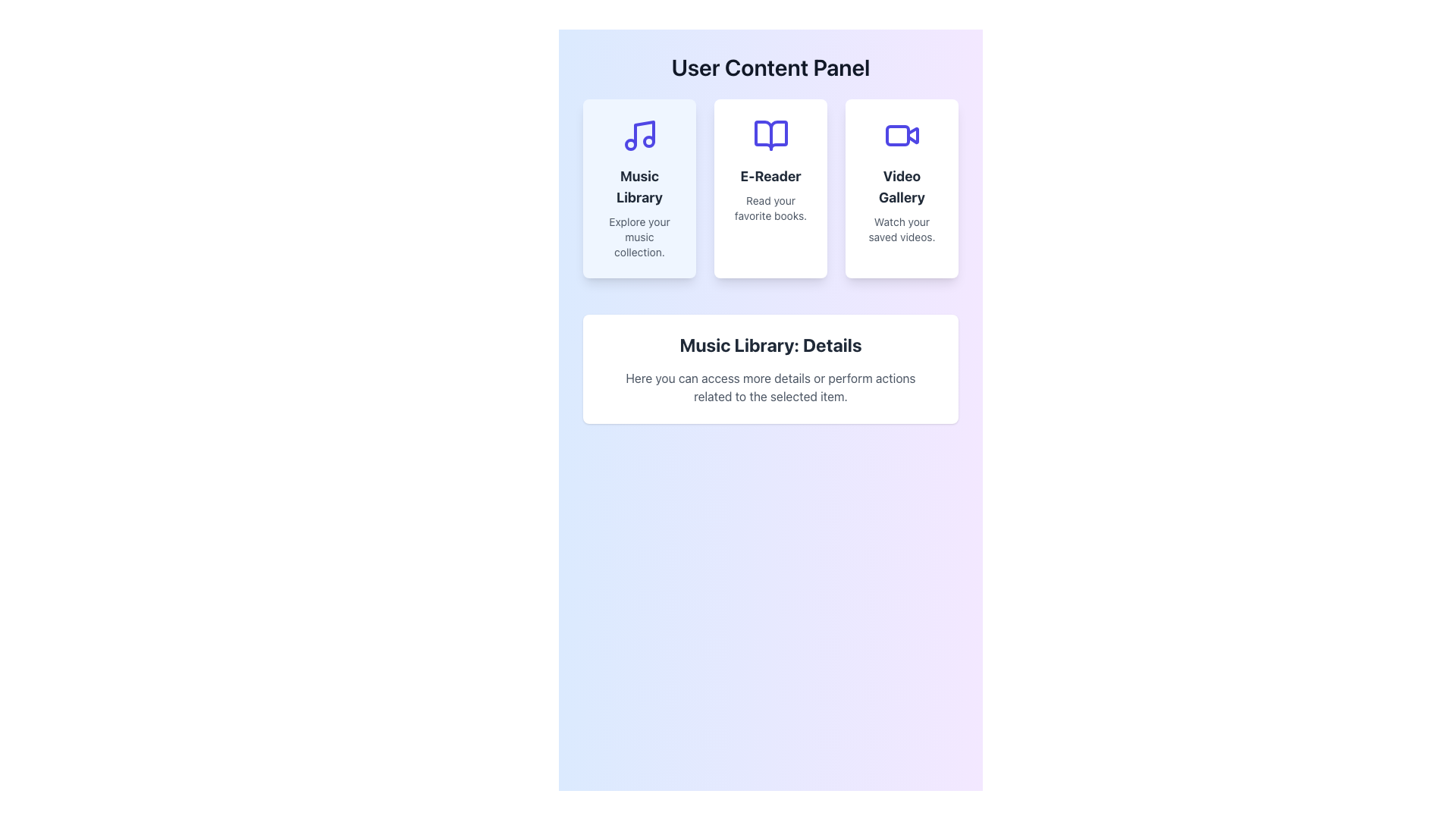 The width and height of the screenshot is (1456, 819). I want to click on the second selectable card related to E-Readers, which is positioned centrally in a grid layout between the 'Music Library' and 'Video Gallery' cards, so click(770, 188).